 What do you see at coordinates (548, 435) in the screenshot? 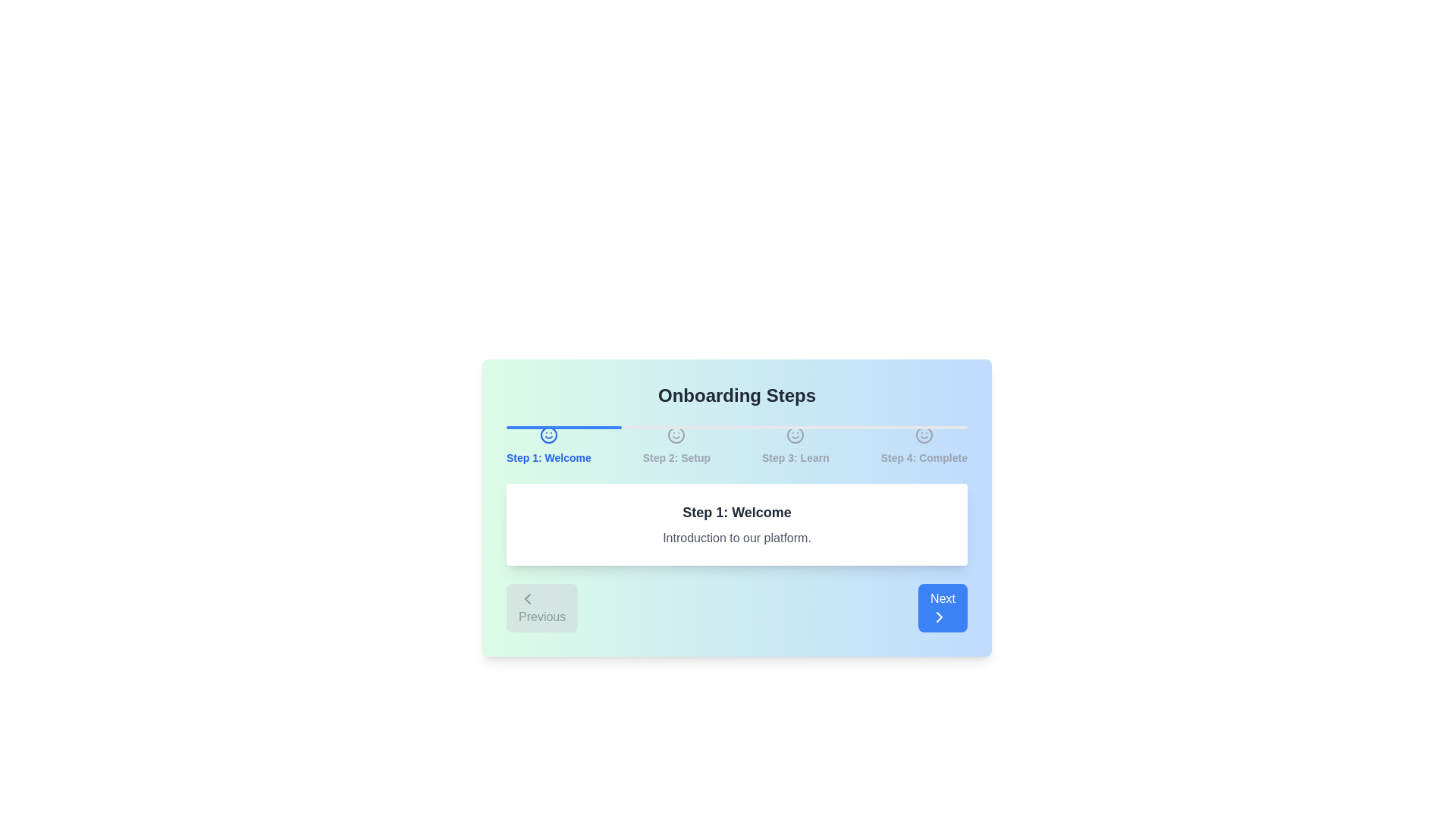
I see `the state of the first circular SVG graphic icon resembling a smiling face located in the top row of the onboarding section above the text 'Step 1: Welcome'` at bounding box center [548, 435].